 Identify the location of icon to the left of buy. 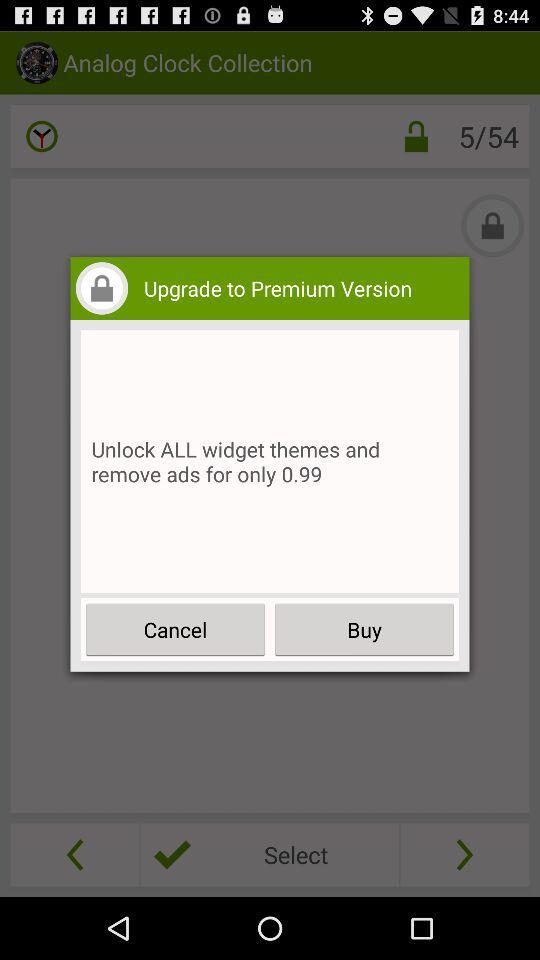
(175, 628).